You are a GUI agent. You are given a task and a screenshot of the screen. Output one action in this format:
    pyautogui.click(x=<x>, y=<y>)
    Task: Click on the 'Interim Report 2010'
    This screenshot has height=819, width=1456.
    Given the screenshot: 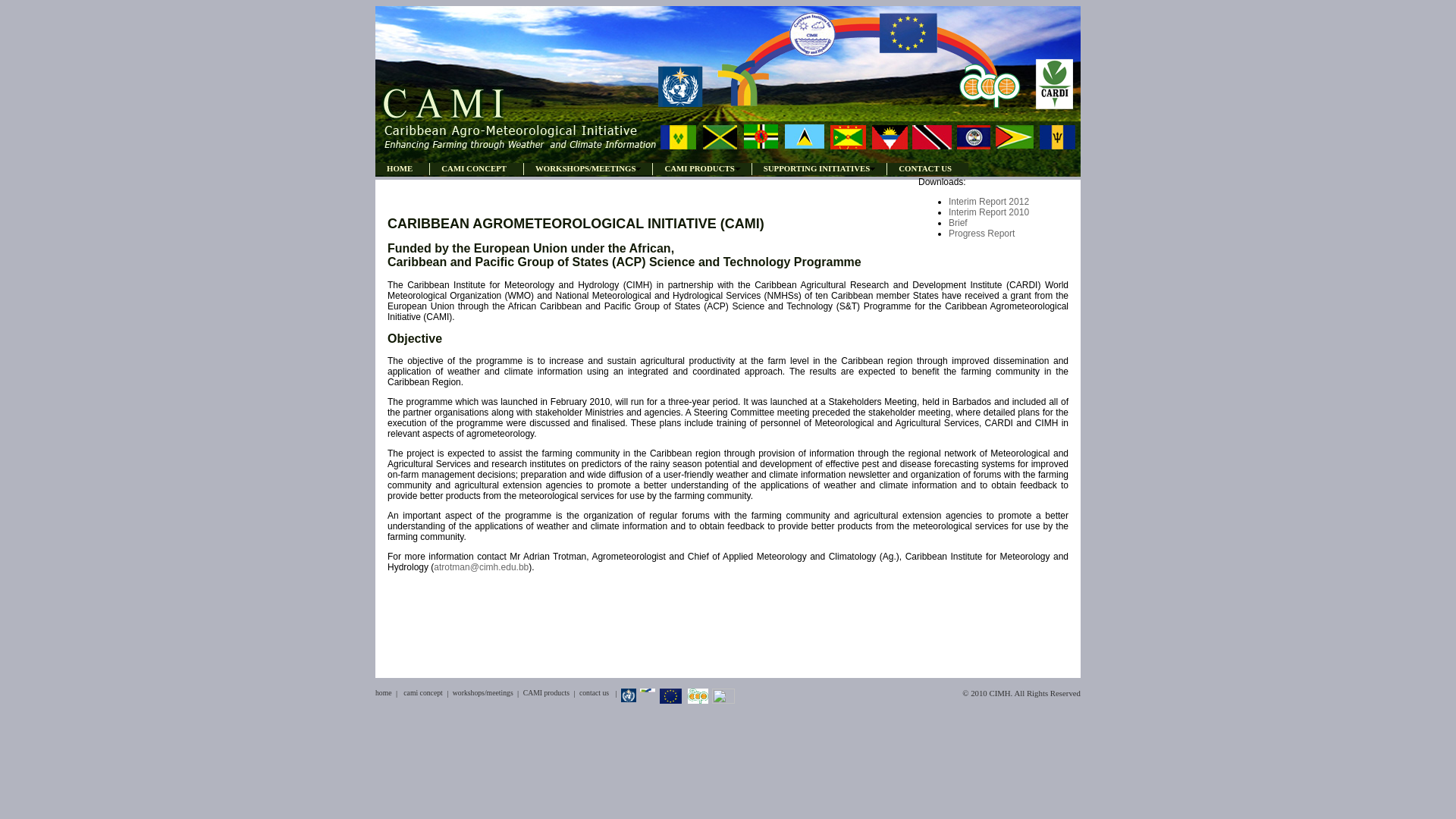 What is the action you would take?
    pyautogui.click(x=948, y=212)
    